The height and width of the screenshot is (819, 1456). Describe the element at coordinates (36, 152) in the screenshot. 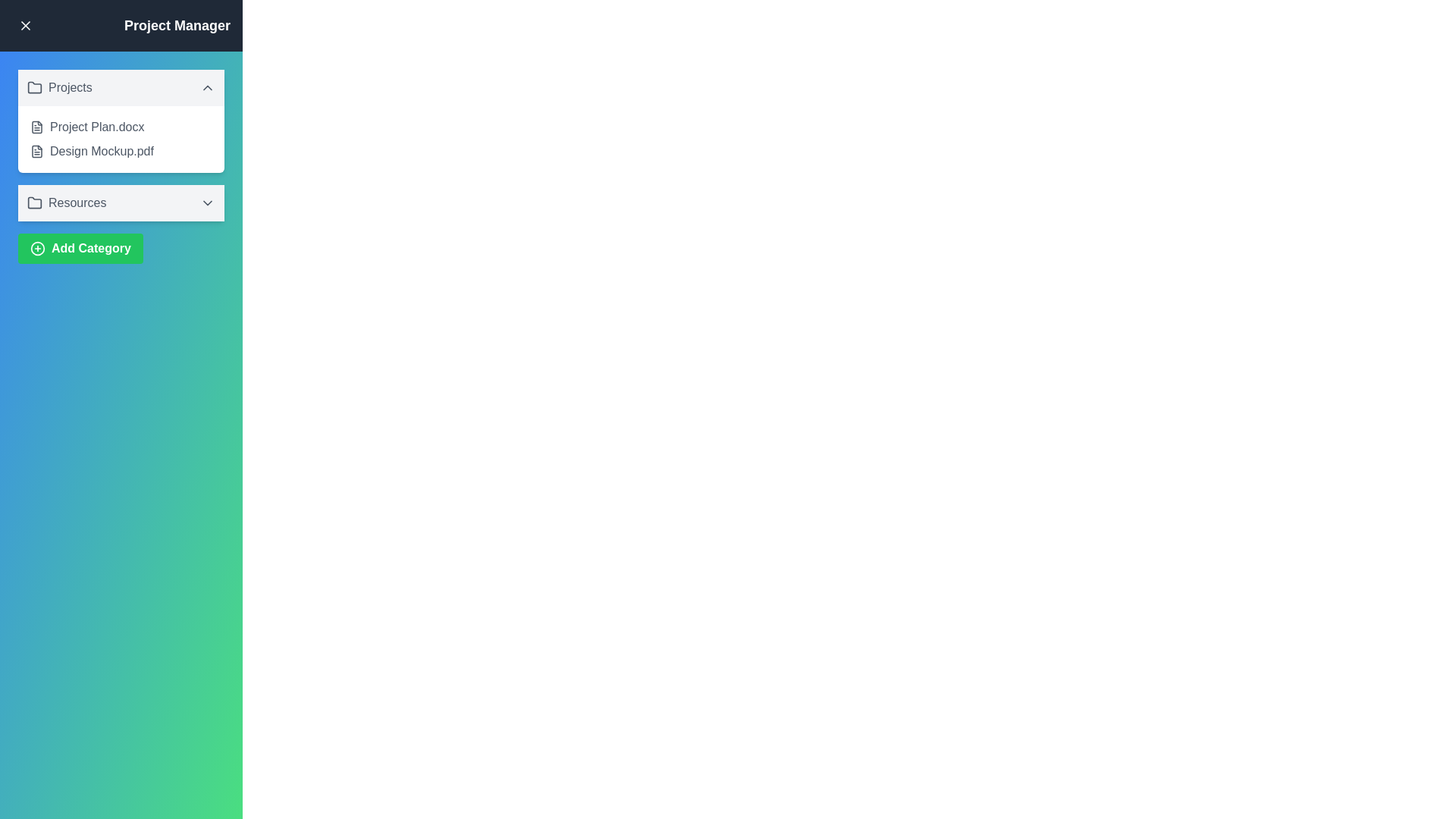

I see `the small file document icon with textual elements located to the left of 'Design Mockup.pdf' in the 'Projects' section` at that location.